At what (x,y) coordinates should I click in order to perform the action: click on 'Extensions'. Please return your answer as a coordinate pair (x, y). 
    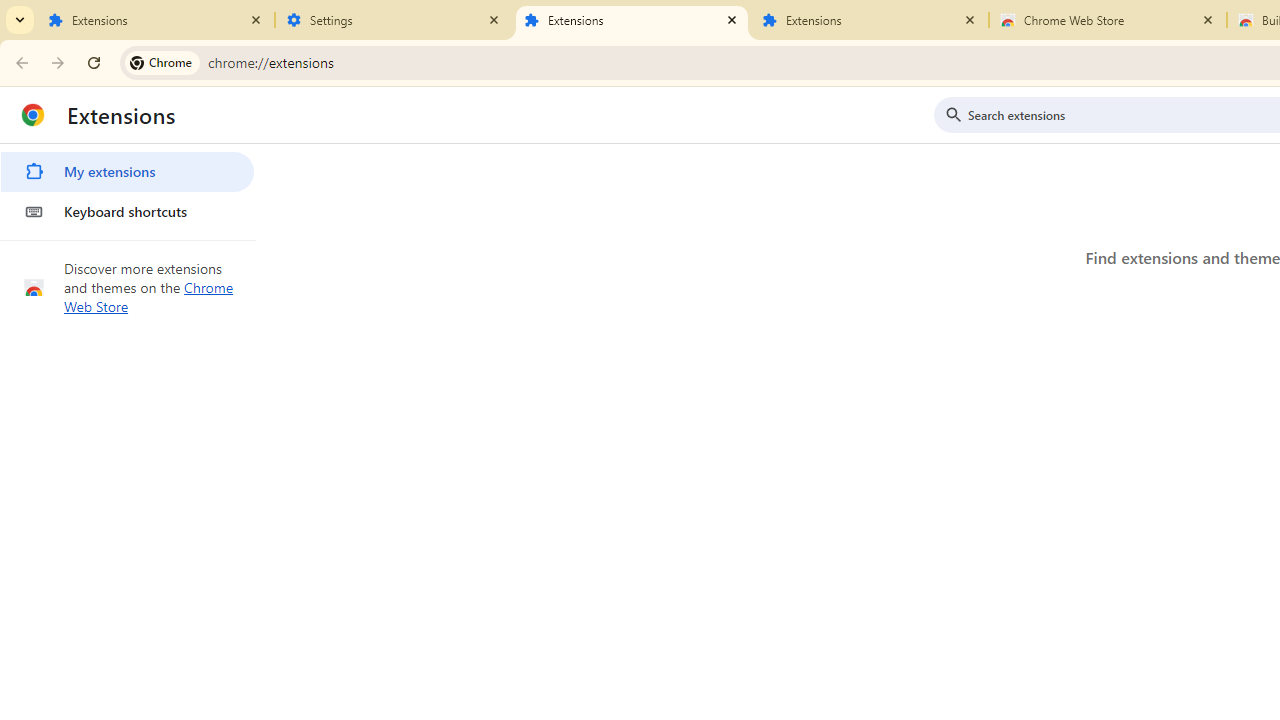
    Looking at the image, I should click on (155, 20).